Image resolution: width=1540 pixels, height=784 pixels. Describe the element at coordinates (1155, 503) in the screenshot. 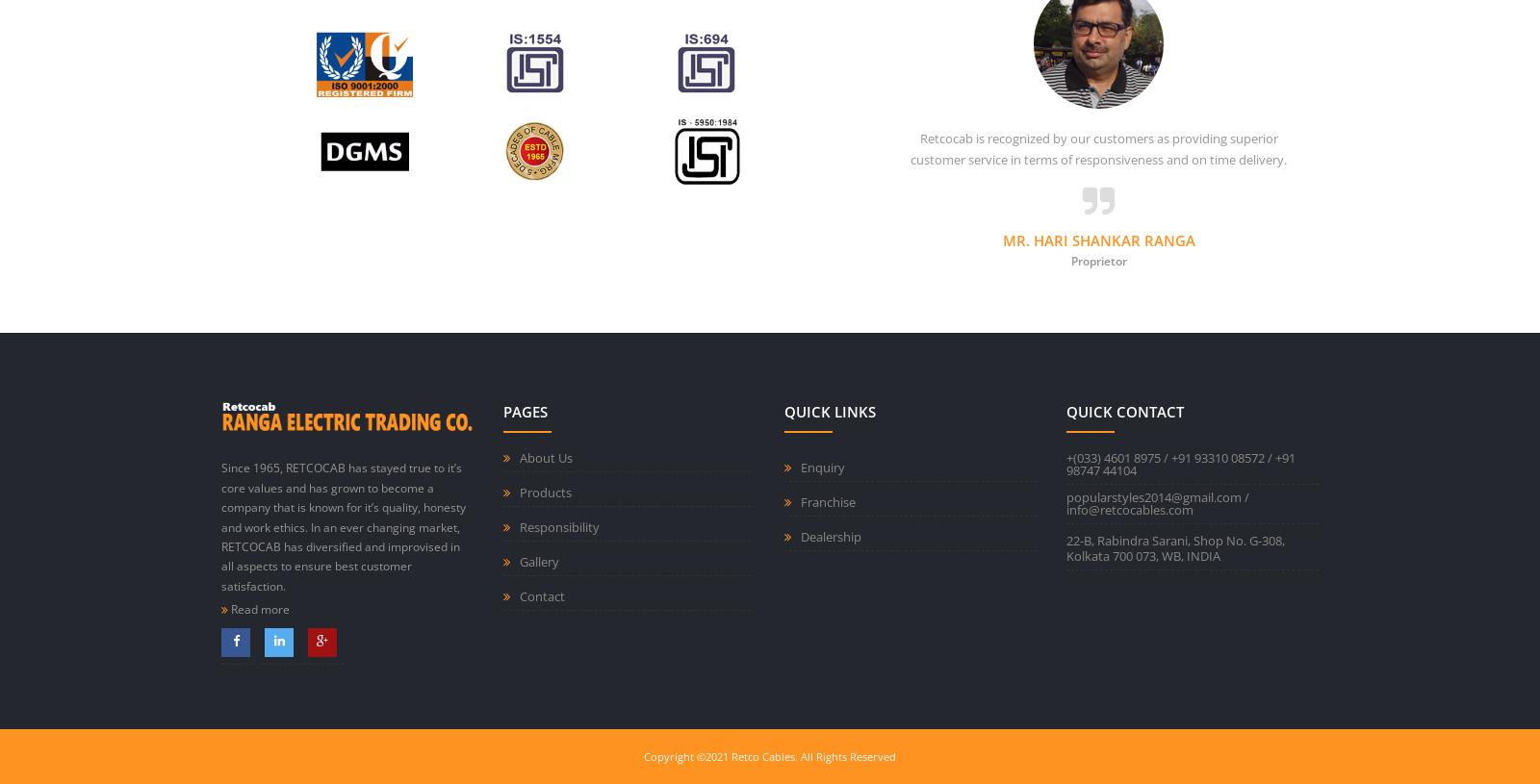

I see `'popularstyles2014@gmail.com / info@retcocables.com'` at that location.